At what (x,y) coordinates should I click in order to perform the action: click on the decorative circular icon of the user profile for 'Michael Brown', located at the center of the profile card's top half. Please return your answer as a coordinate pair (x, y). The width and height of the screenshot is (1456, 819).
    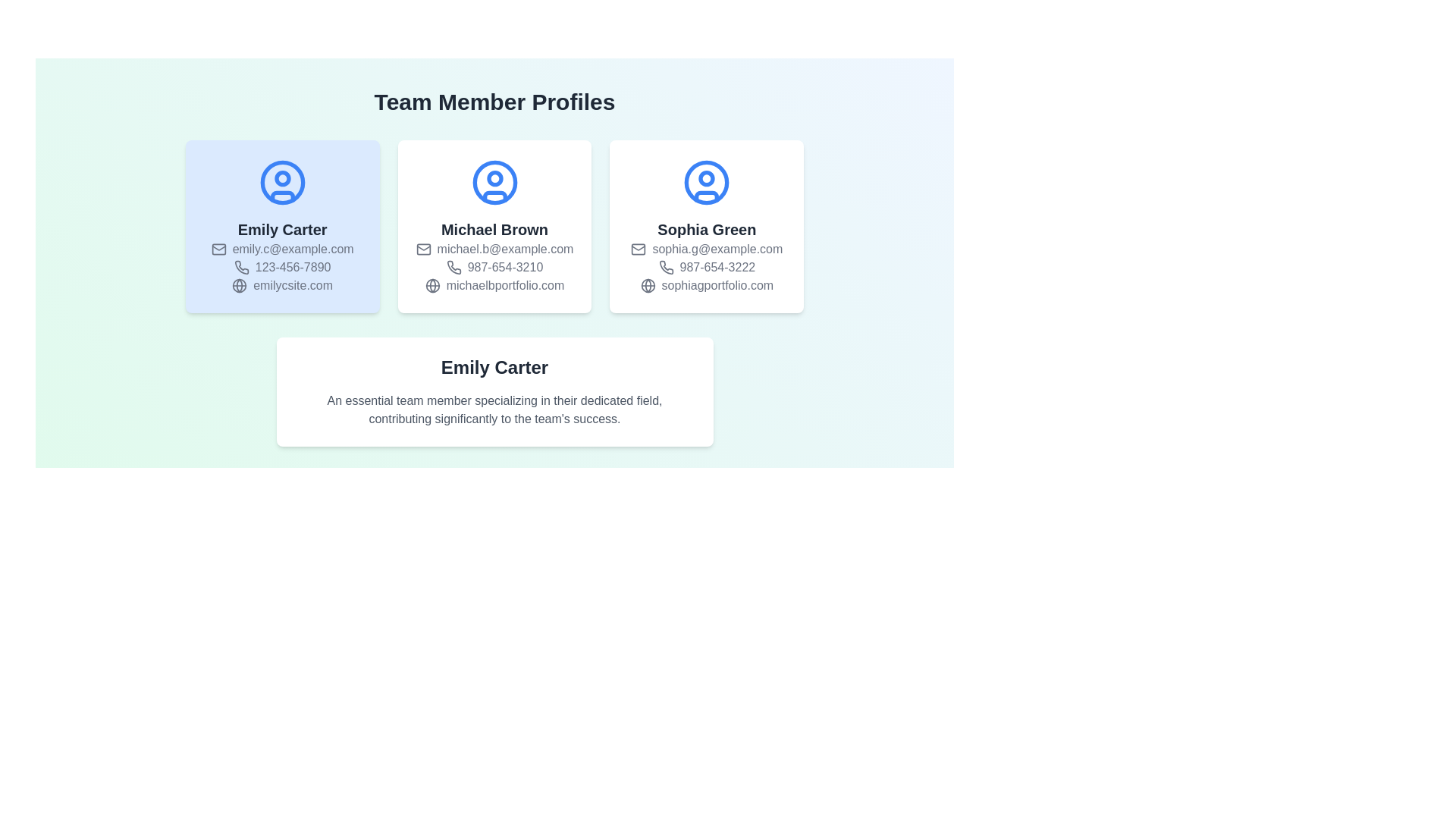
    Looking at the image, I should click on (494, 181).